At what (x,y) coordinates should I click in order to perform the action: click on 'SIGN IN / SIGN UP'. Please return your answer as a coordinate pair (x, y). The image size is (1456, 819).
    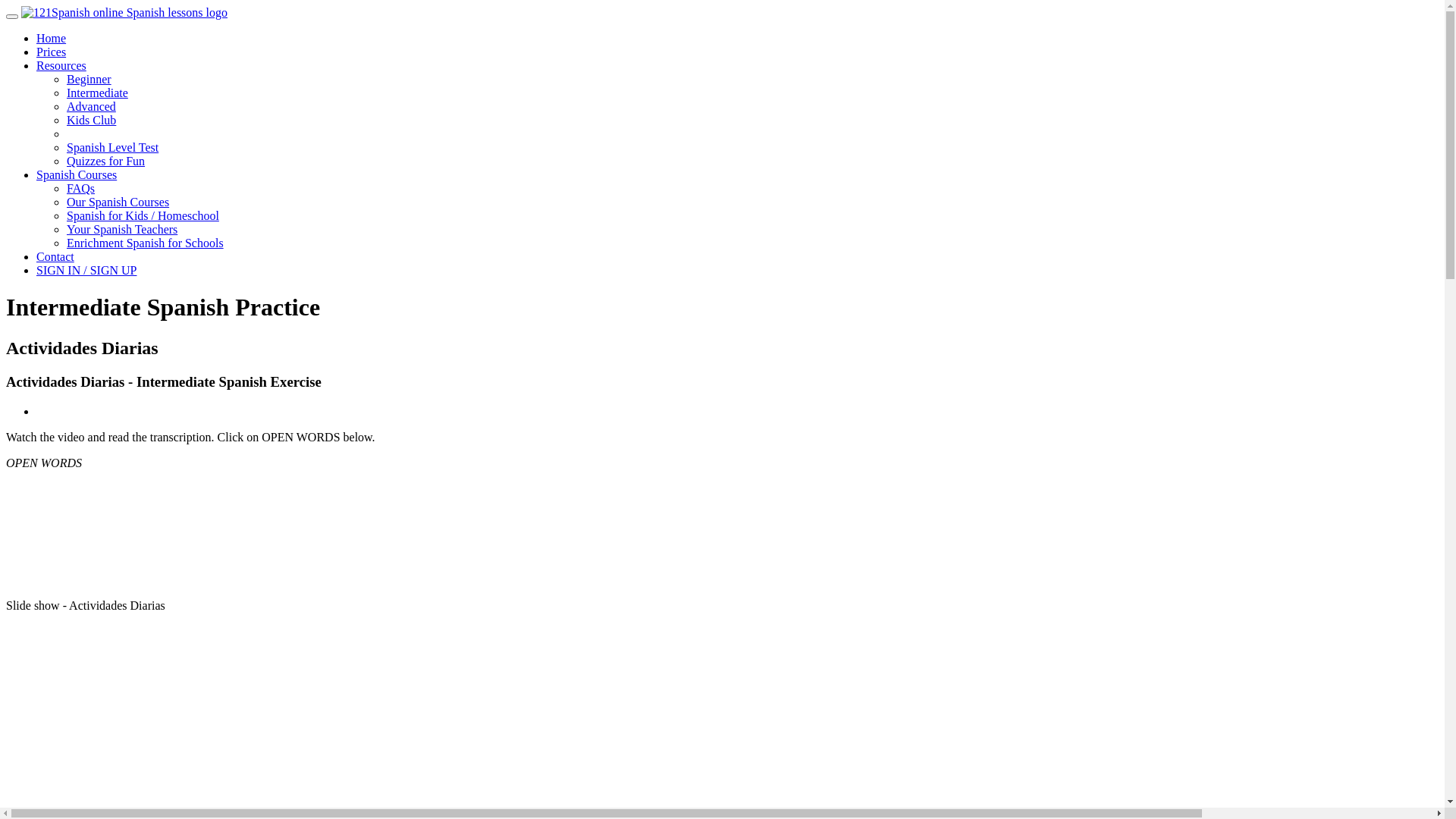
    Looking at the image, I should click on (36, 269).